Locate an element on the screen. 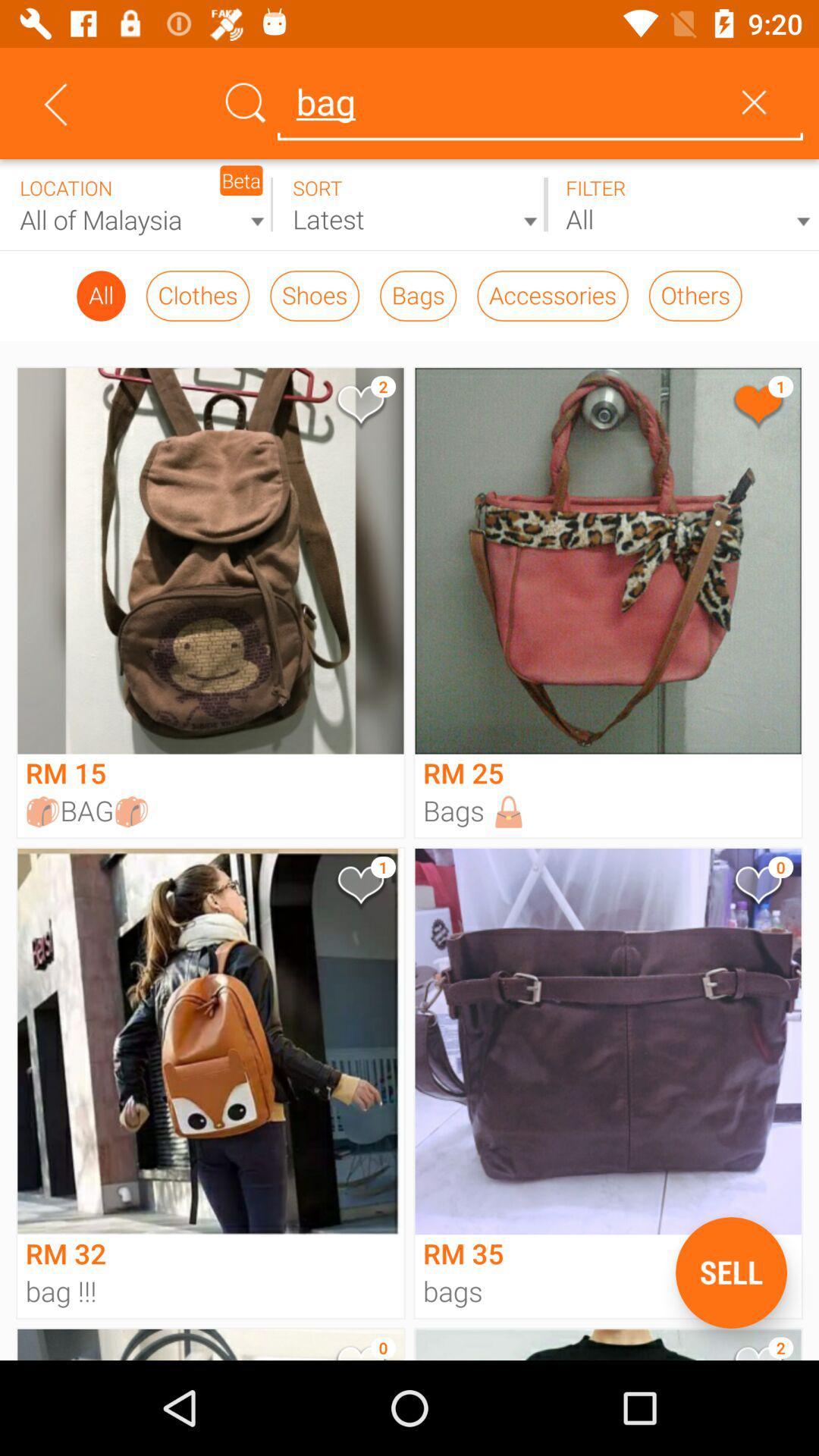 This screenshot has height=1456, width=819. to favourites is located at coordinates (758, 888).